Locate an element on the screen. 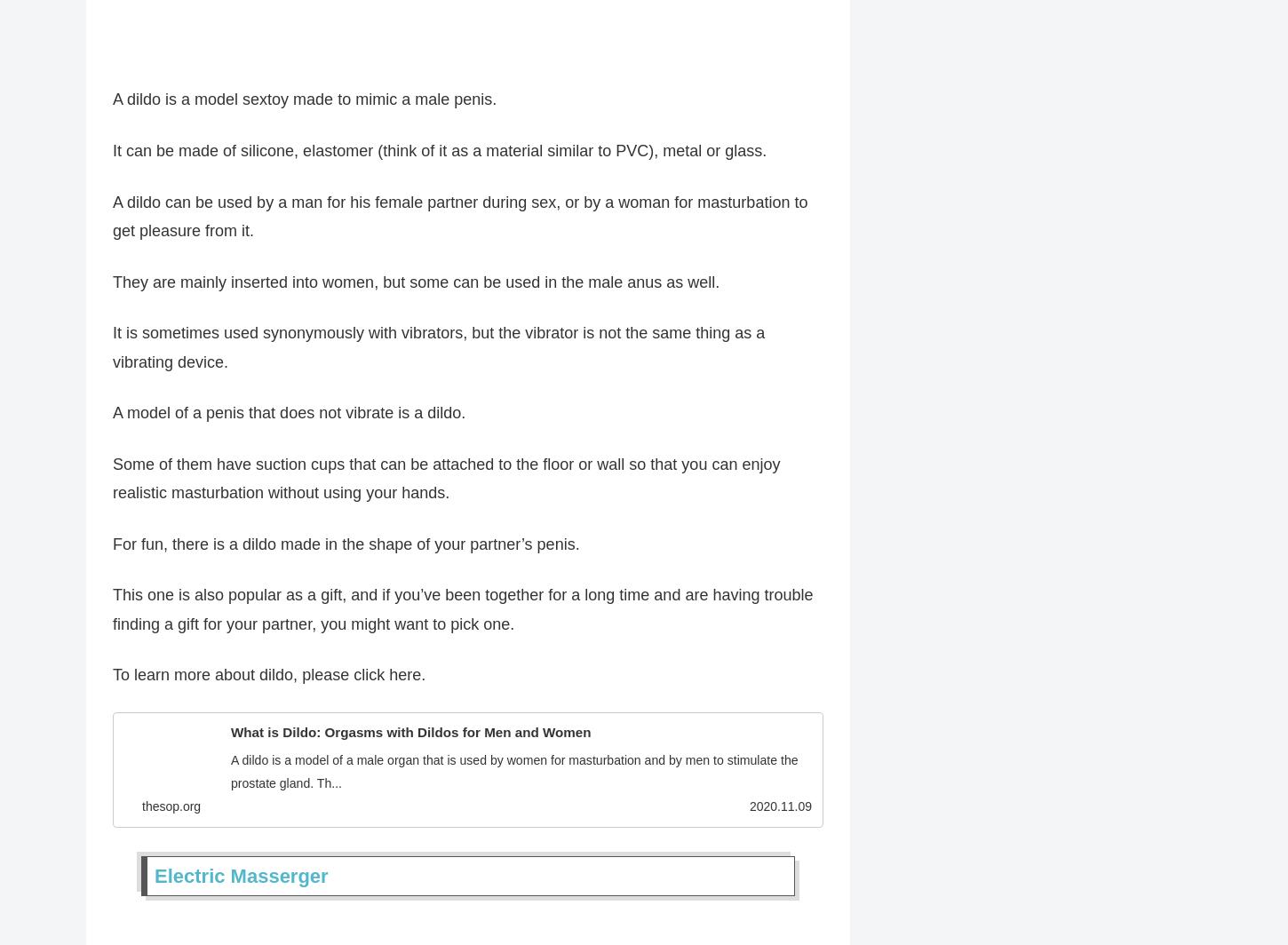  'It is sometimes used synonymously with vibrators, but the vibrator is not the same thing as a vibrating device.' is located at coordinates (439, 354).